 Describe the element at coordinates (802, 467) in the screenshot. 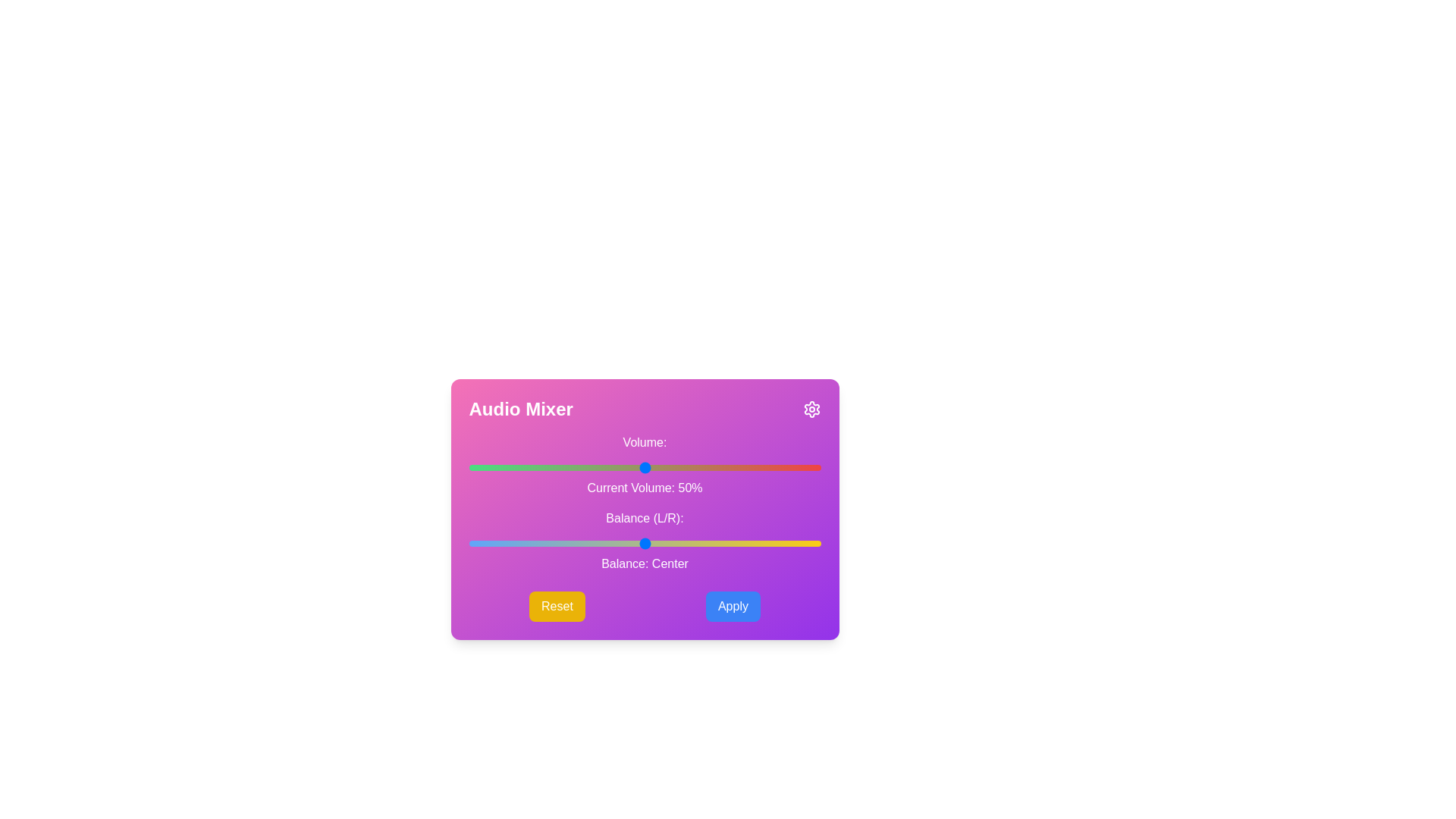

I see `the volume slider to set the volume to 95%` at that location.